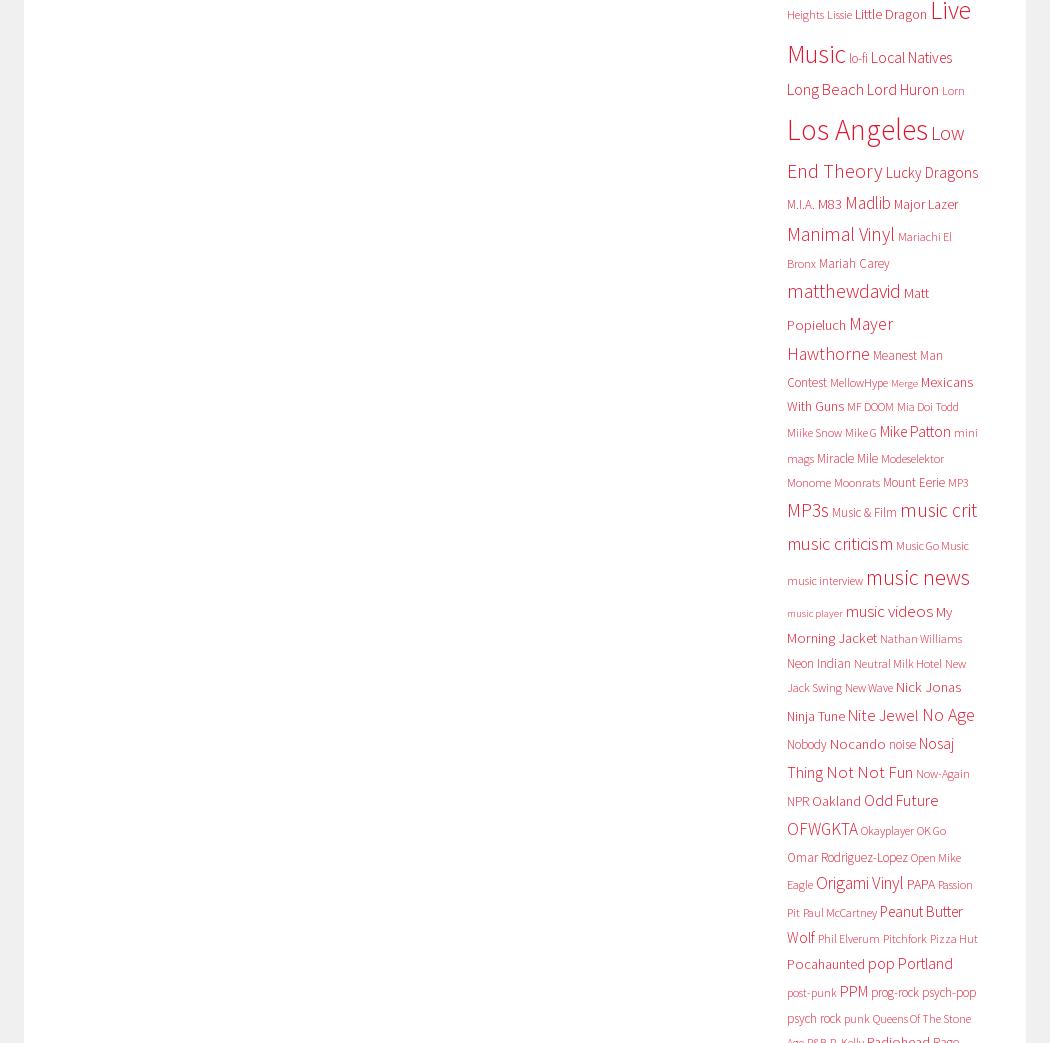 The height and width of the screenshot is (1043, 1050). What do you see at coordinates (888, 12) in the screenshot?
I see `'Little Dragon'` at bounding box center [888, 12].